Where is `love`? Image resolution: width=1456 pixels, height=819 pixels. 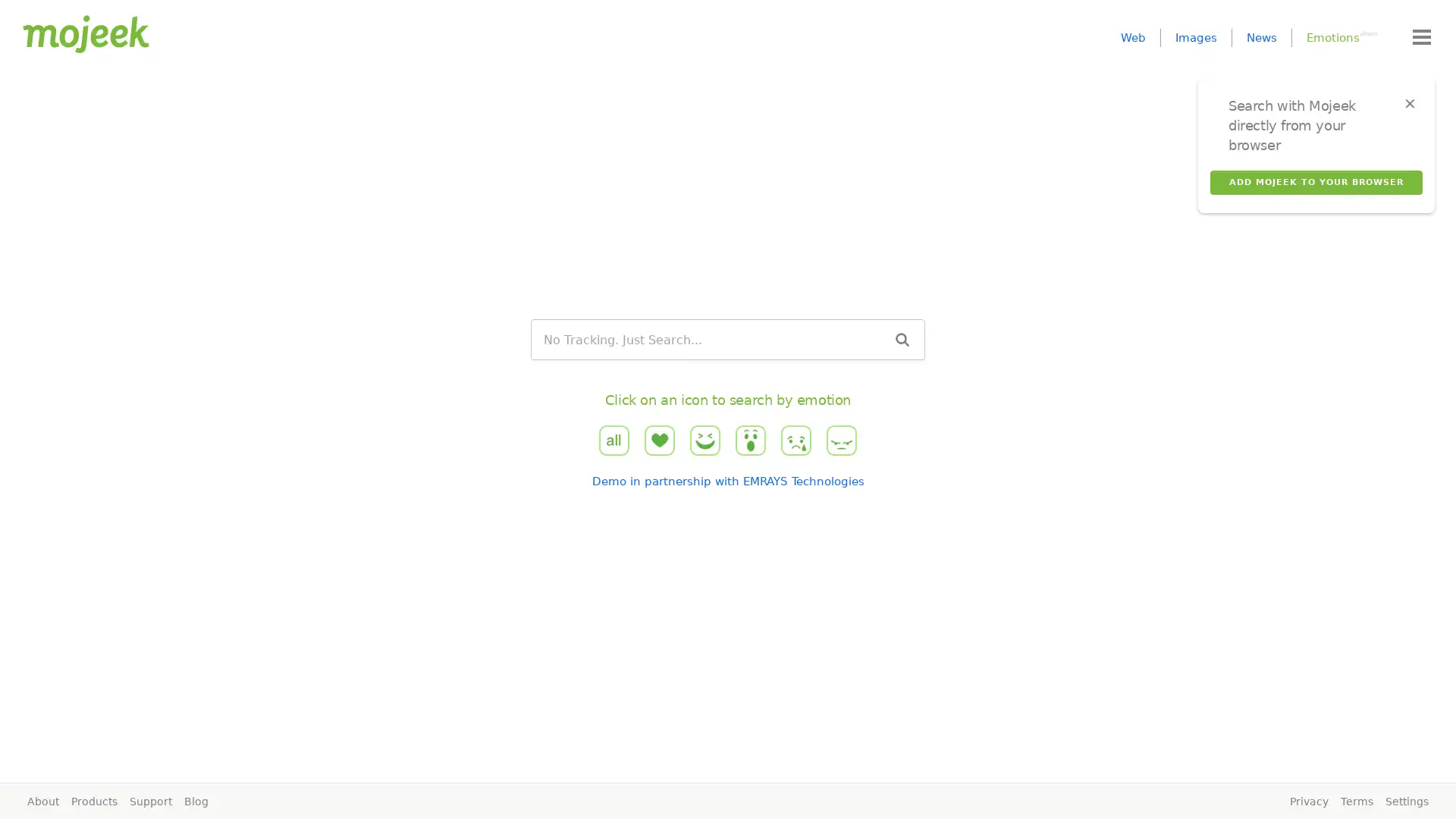 love is located at coordinates (659, 441).